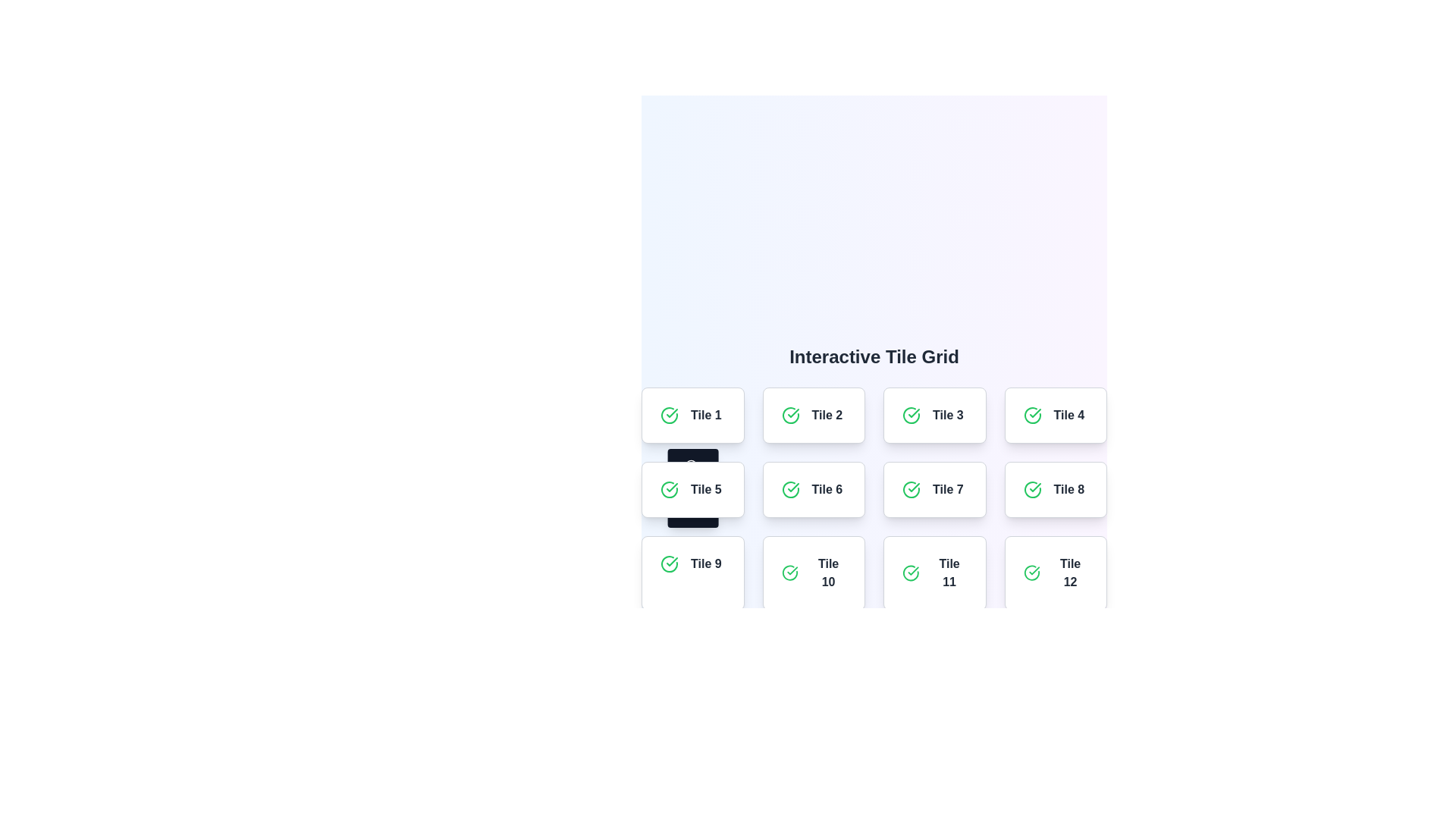 The height and width of the screenshot is (819, 1456). What do you see at coordinates (949, 573) in the screenshot?
I see `the Text label in the bottom row of the grid layout, specifically in the third column` at bounding box center [949, 573].